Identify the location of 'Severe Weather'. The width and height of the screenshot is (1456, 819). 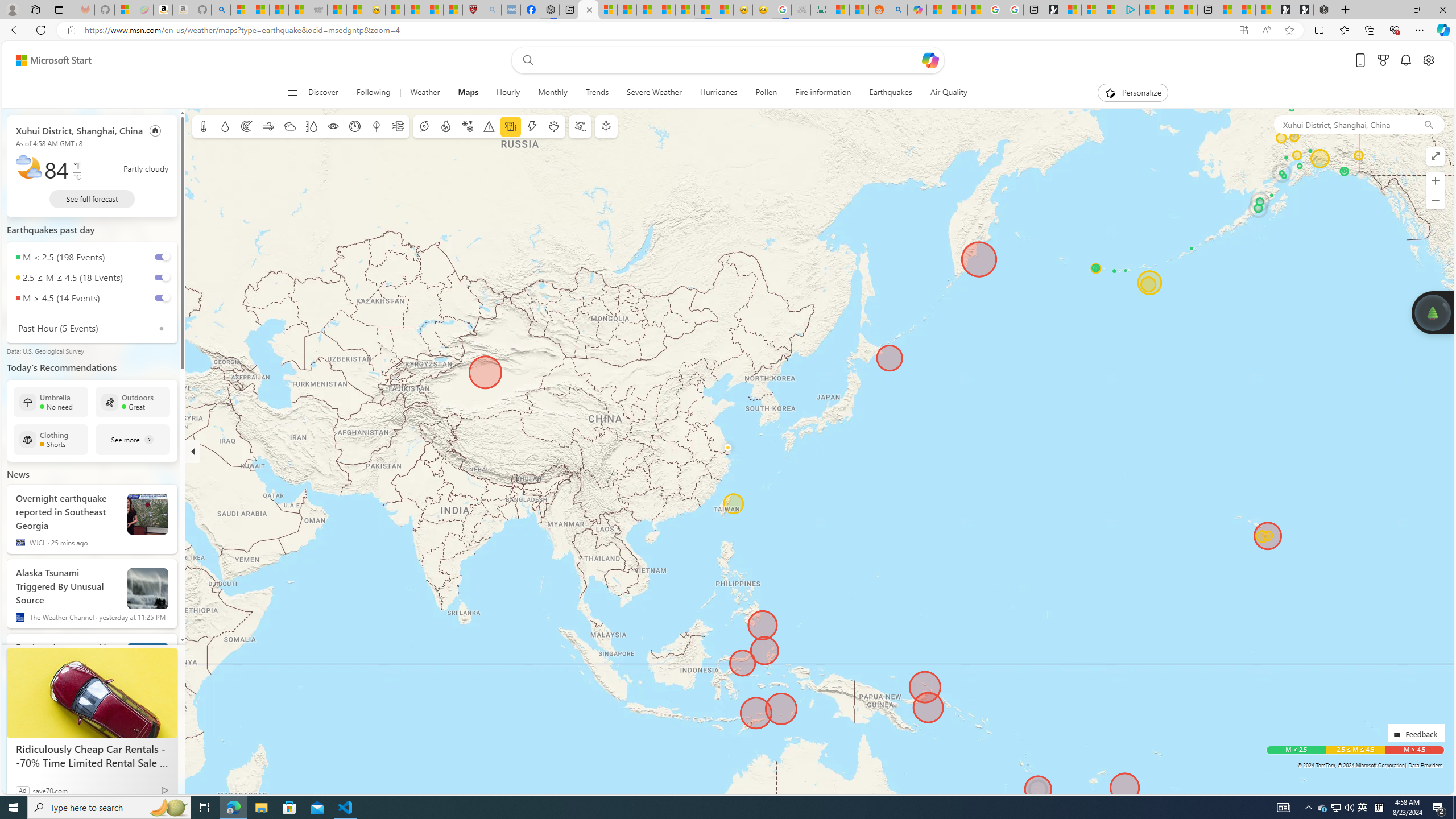
(653, 92).